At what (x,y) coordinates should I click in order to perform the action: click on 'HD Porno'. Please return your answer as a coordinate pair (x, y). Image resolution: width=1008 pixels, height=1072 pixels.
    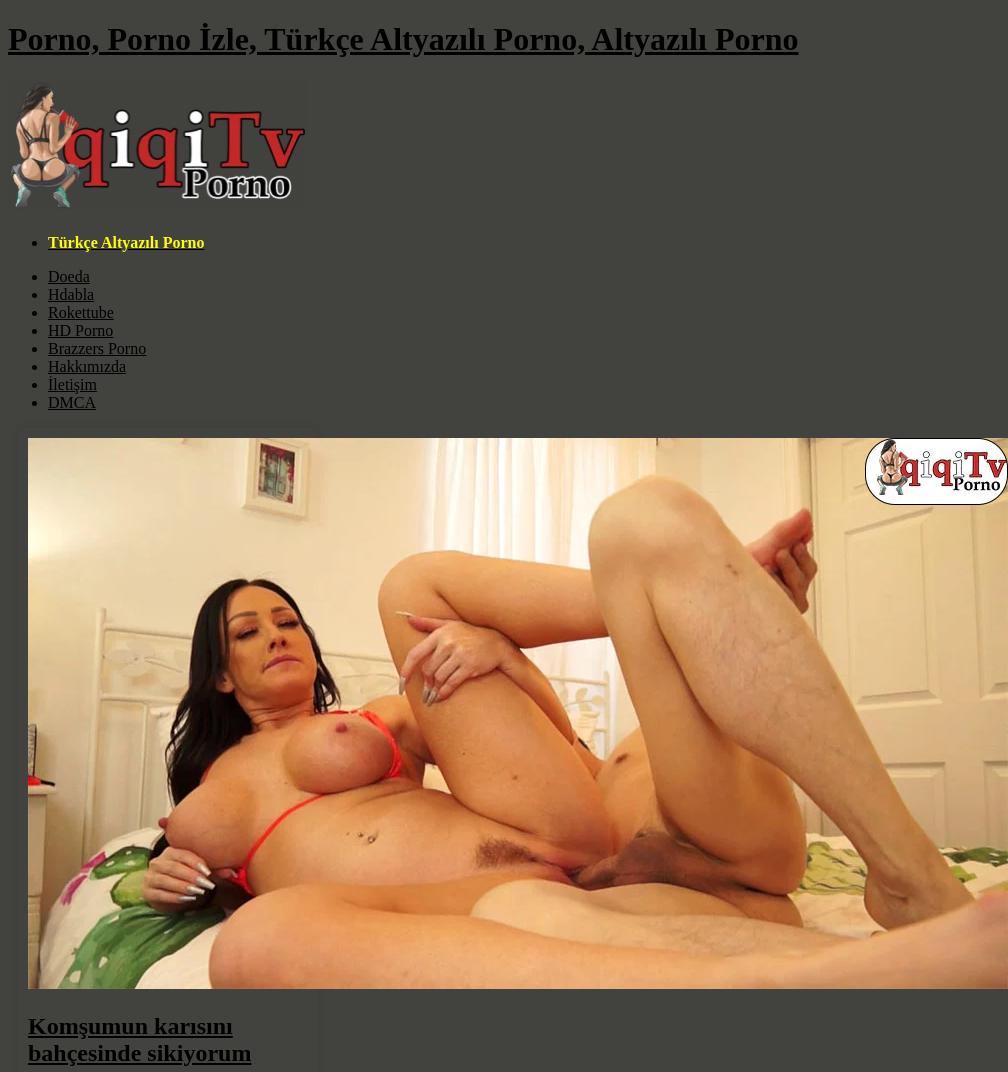
    Looking at the image, I should click on (80, 328).